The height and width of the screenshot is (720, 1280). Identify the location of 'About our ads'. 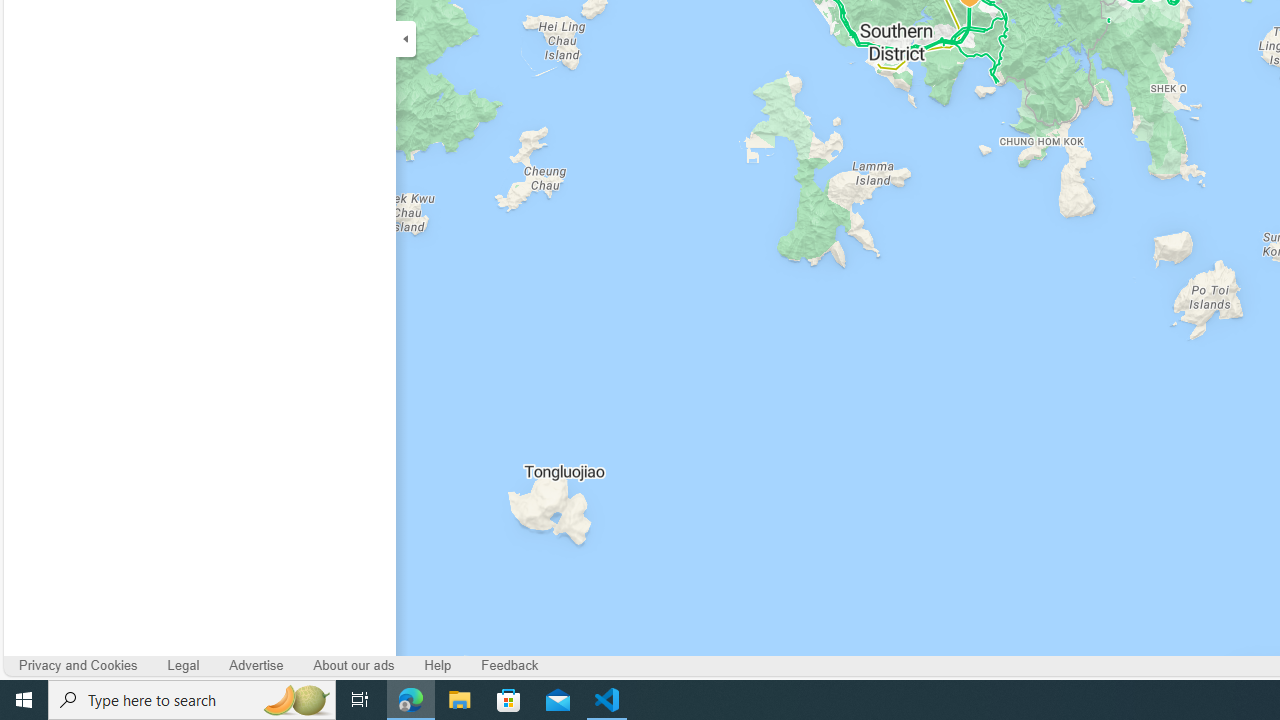
(353, 666).